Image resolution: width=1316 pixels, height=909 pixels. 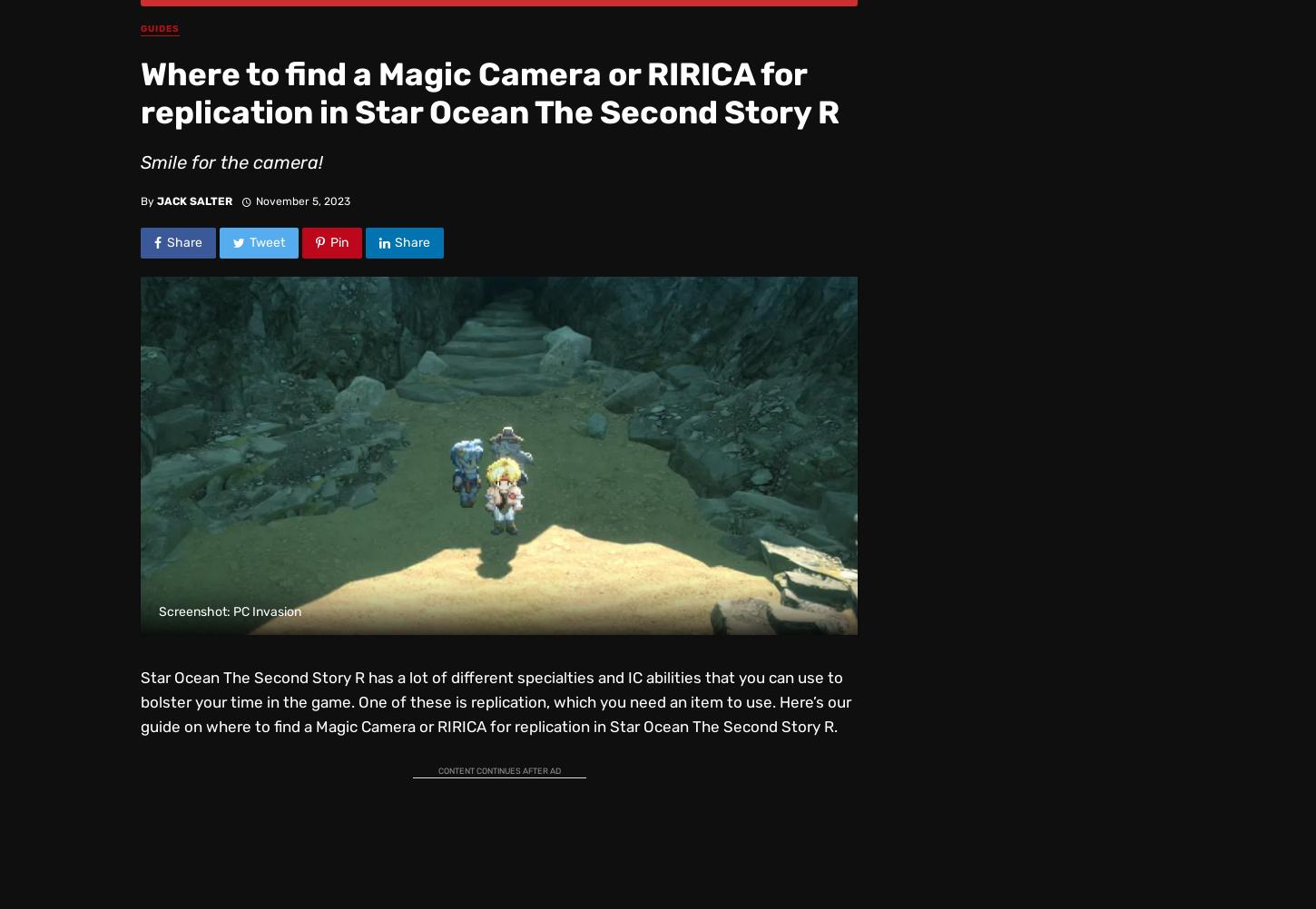 What do you see at coordinates (231, 161) in the screenshot?
I see `'Smile for the camera!'` at bounding box center [231, 161].